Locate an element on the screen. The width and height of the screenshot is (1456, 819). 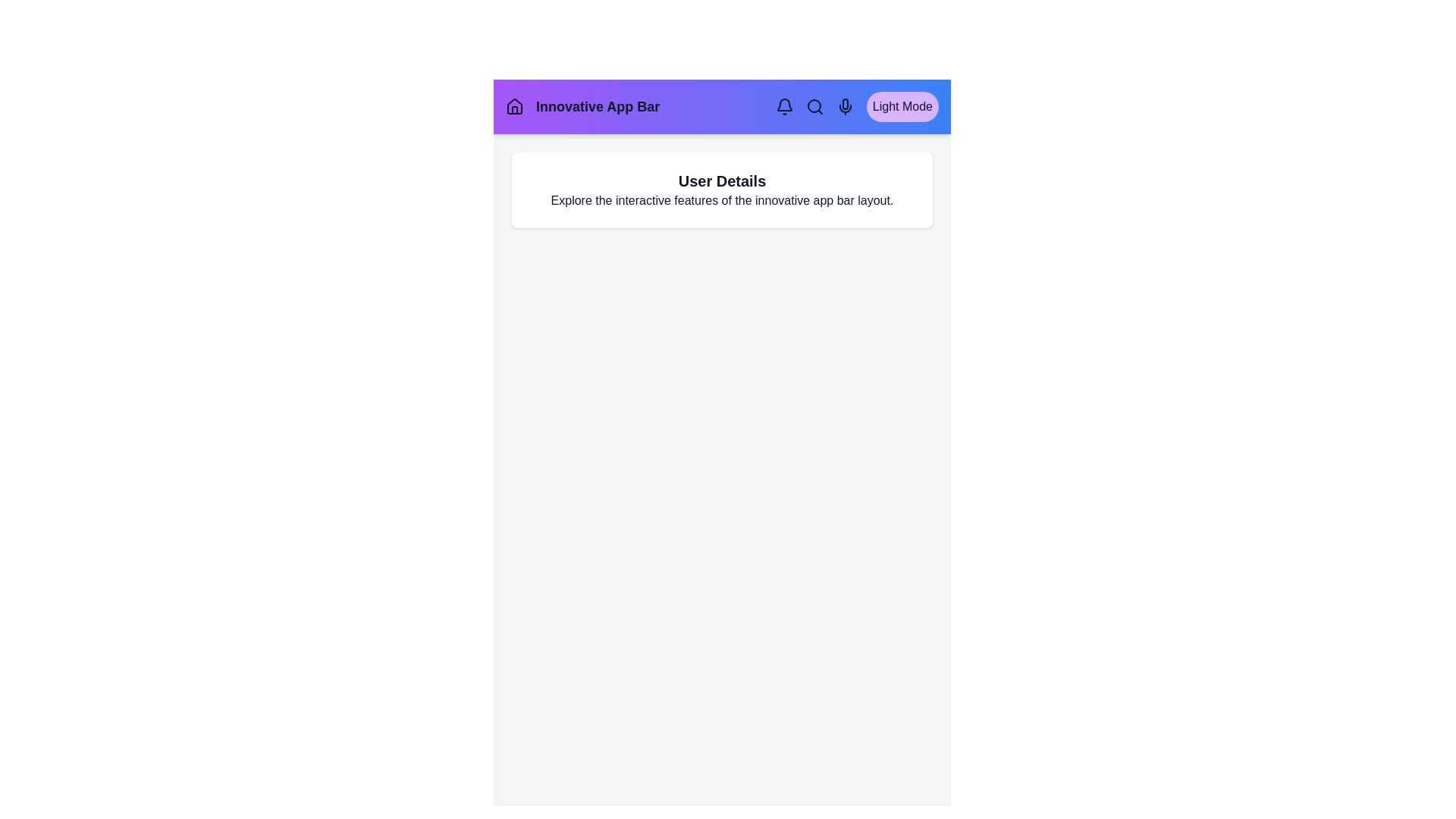
the navigation element Home is located at coordinates (514, 106).